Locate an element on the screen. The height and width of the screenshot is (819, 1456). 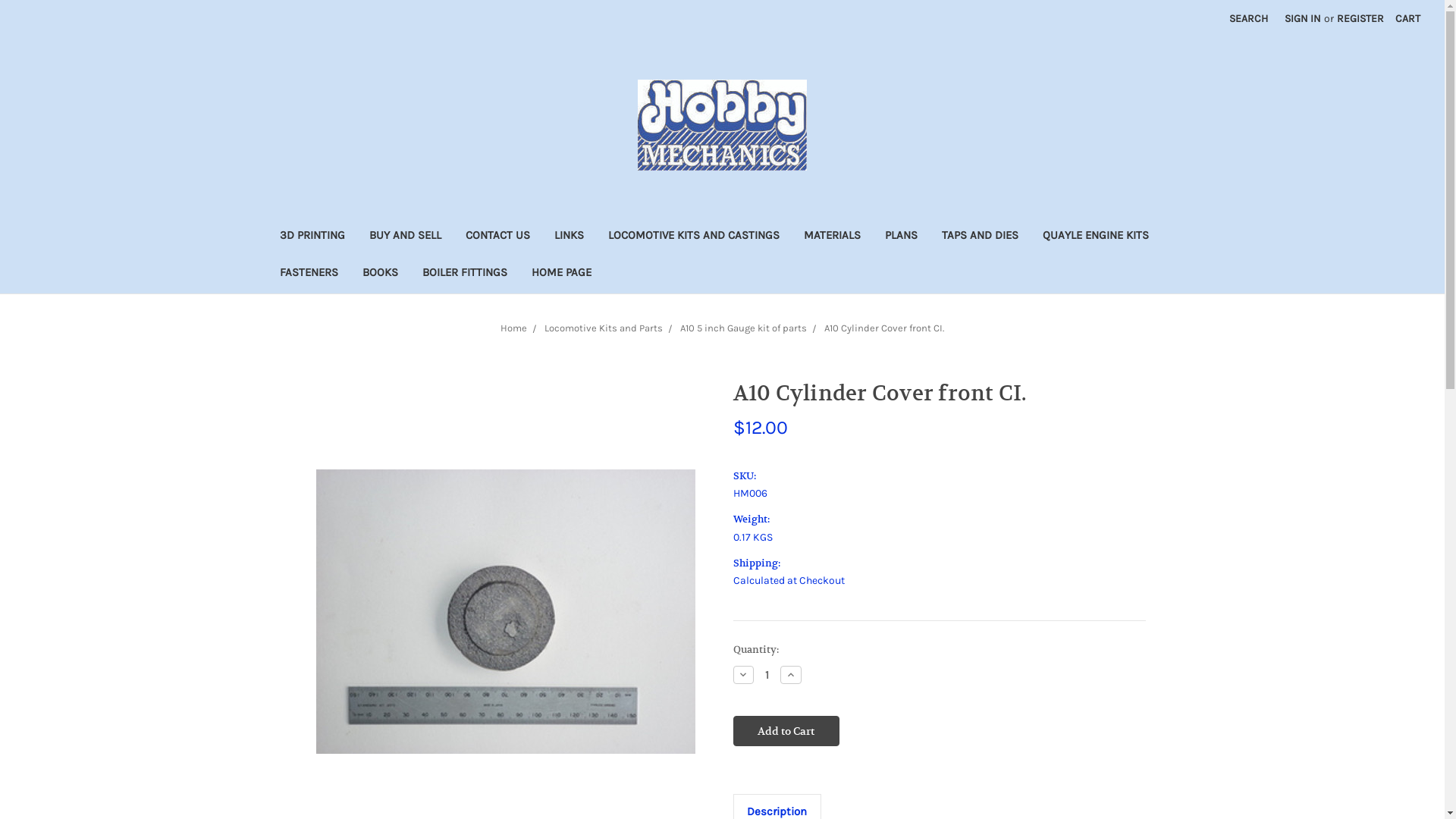
'CART' is located at coordinates (1407, 18).